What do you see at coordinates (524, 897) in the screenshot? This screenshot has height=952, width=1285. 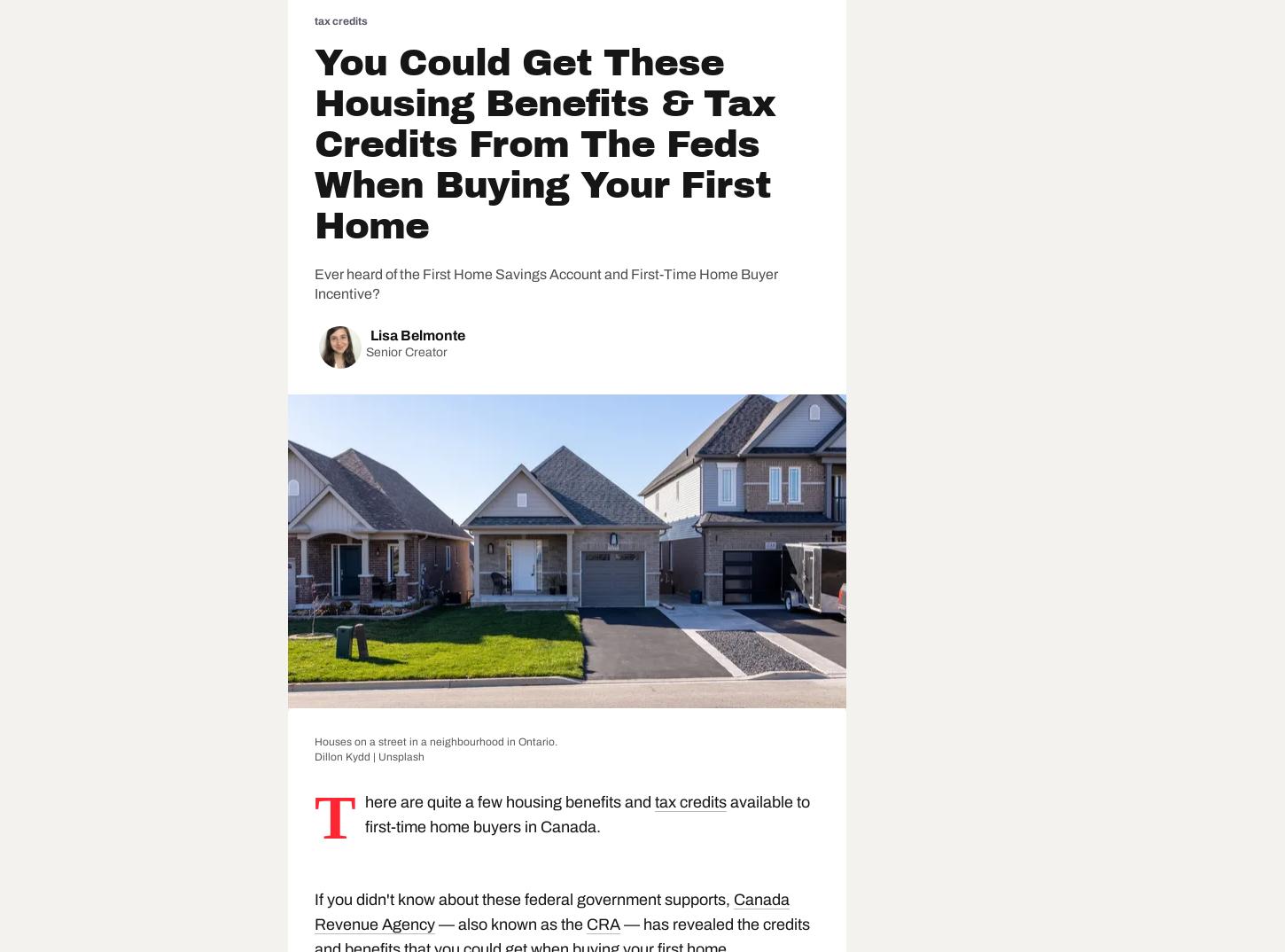 I see `'If you didn't know about these federal government supports,'` at bounding box center [524, 897].